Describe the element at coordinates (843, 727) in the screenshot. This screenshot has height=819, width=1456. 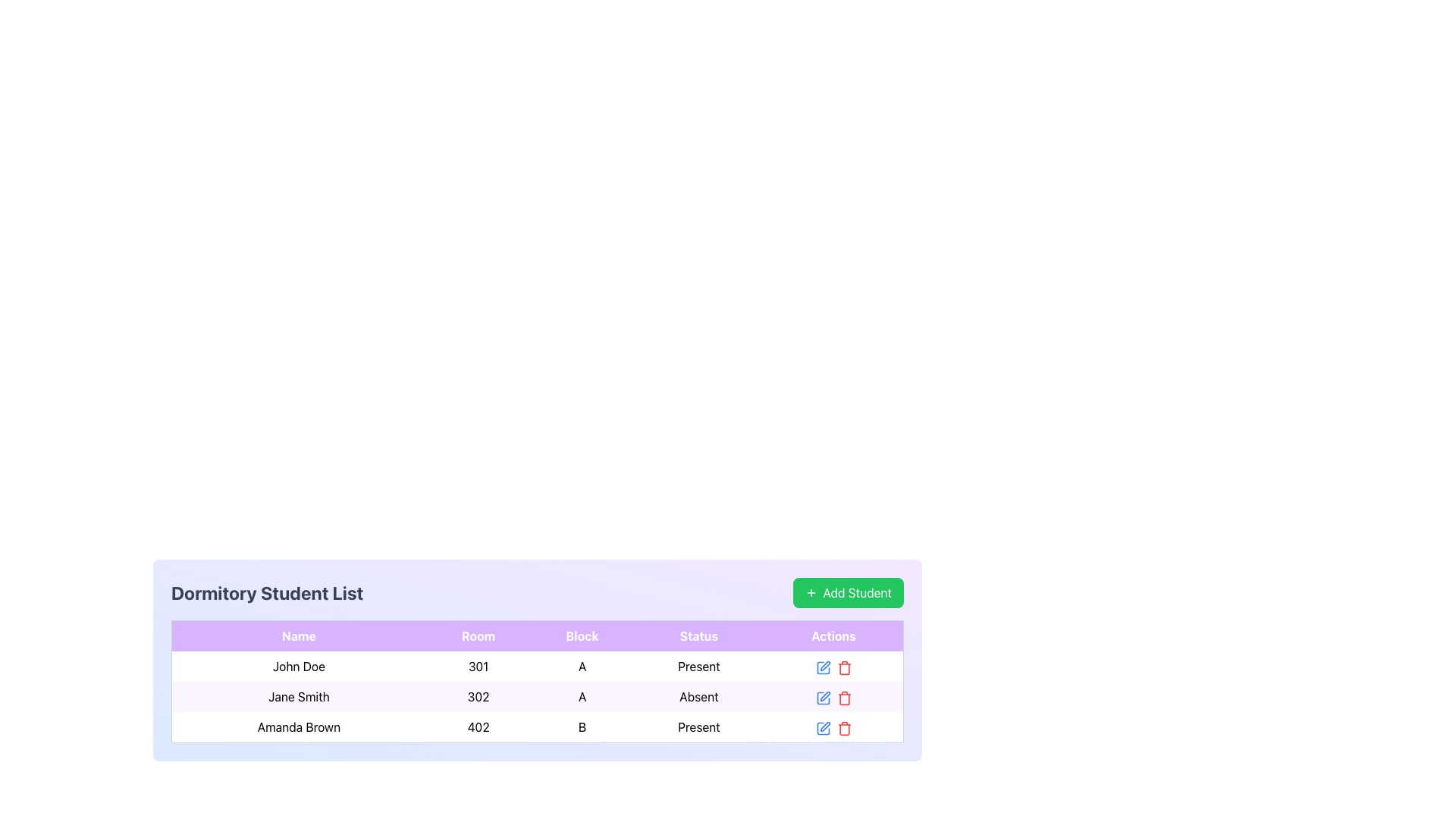
I see `the Trash icon button located in the bottom row of the table under the 'Actions' column` at that location.